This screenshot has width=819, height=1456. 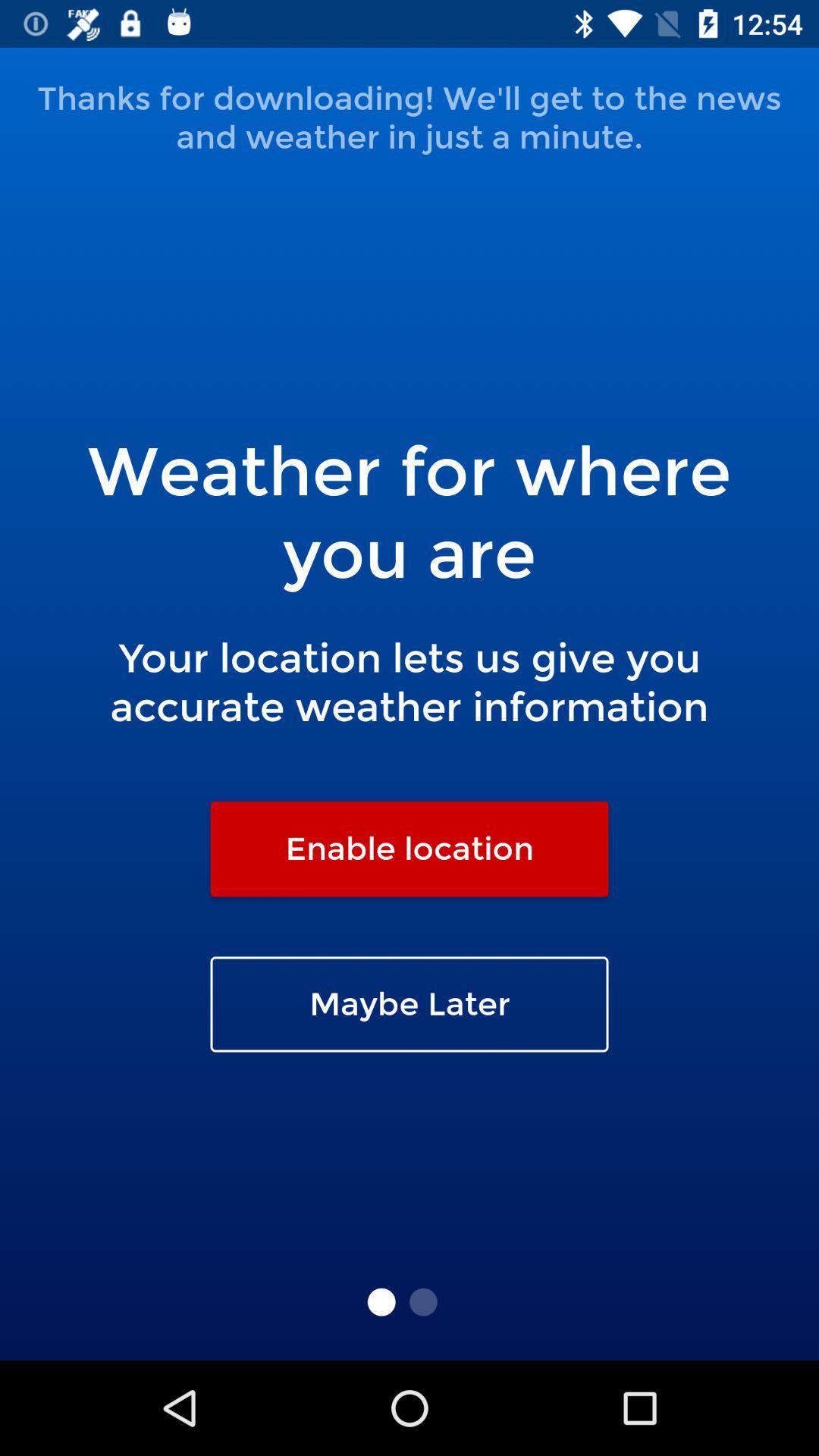 I want to click on the maybe later item, so click(x=409, y=1004).